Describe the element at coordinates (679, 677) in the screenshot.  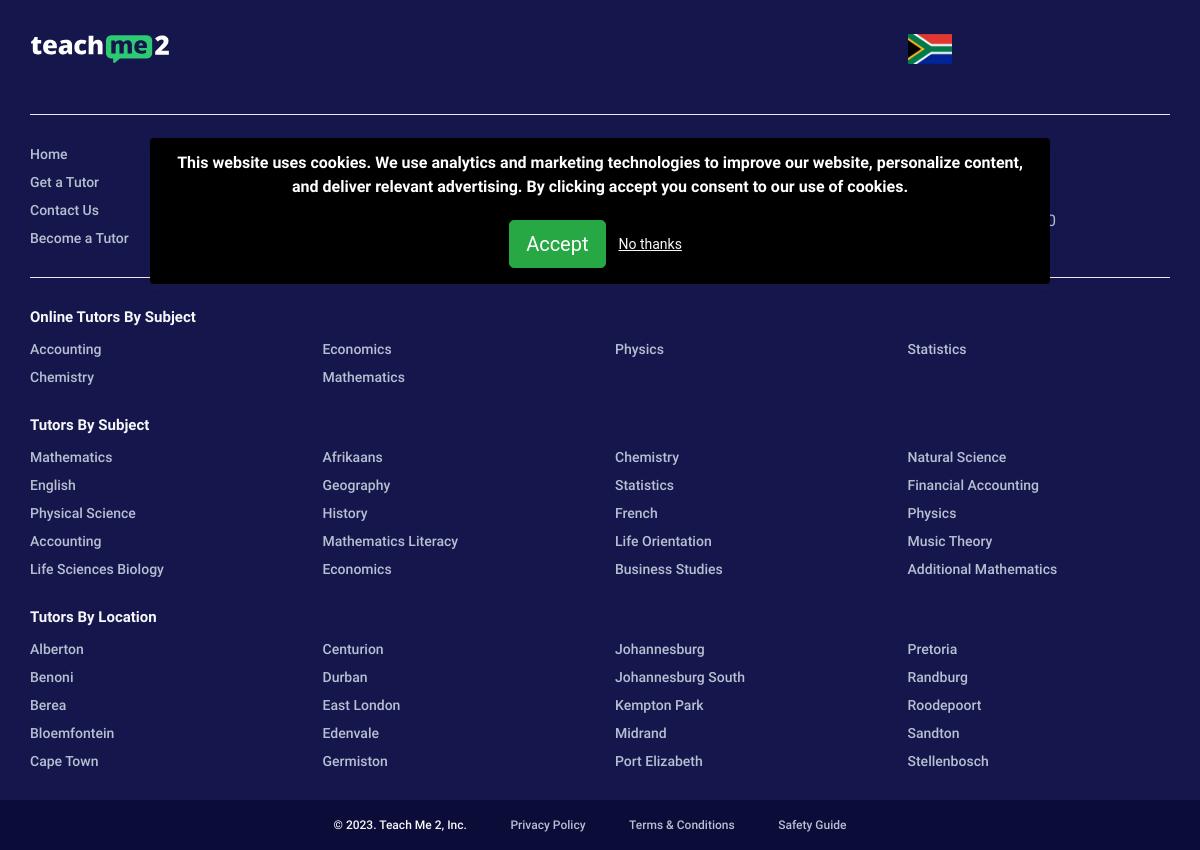
I see `'Johannesburg South'` at that location.